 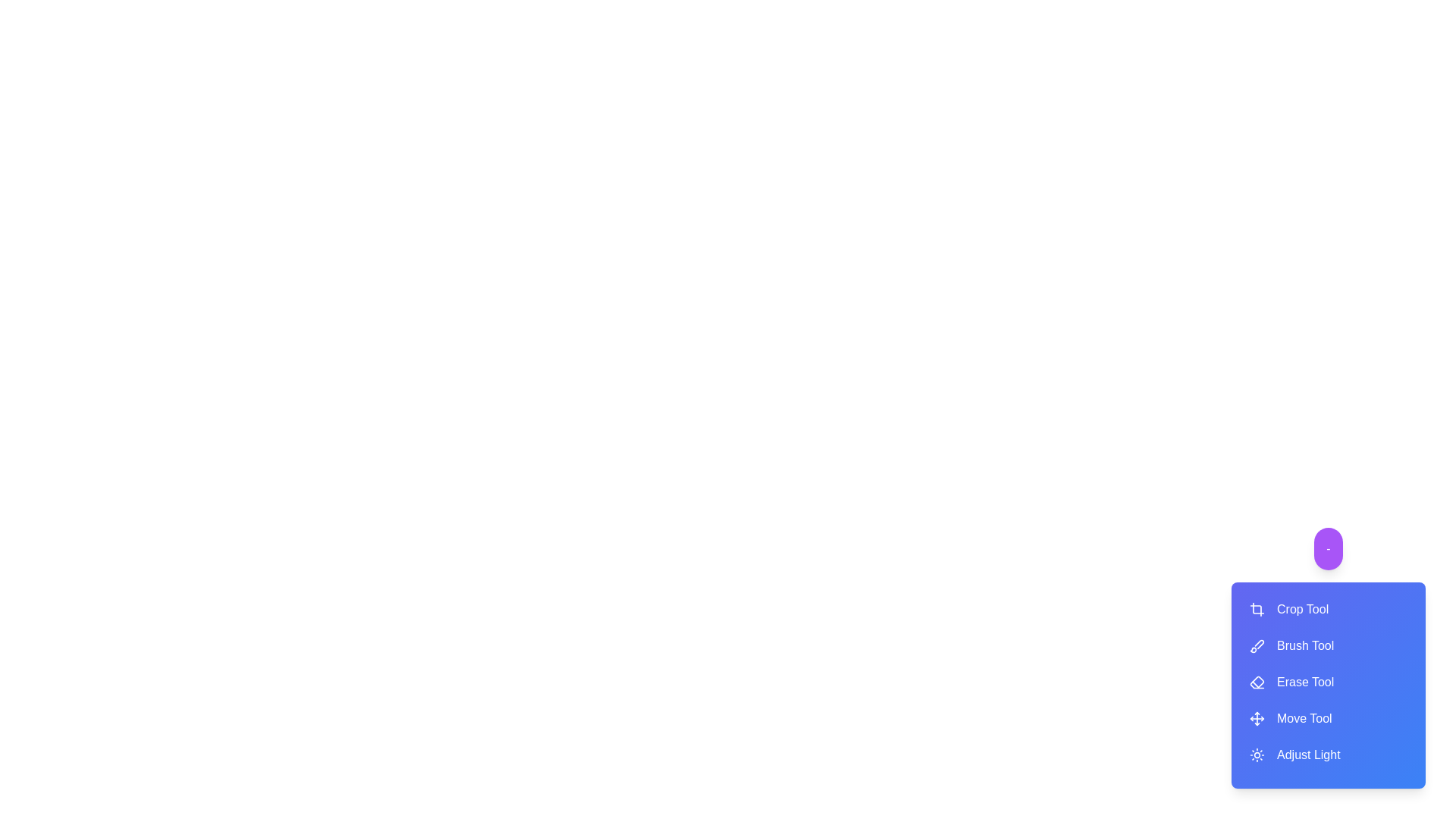 I want to click on the moving tool icon, which is depicted as a white arrow pointing in four directions, located to the left of the 'Move Tool' text in the bottom-right section of the interface, so click(x=1257, y=718).